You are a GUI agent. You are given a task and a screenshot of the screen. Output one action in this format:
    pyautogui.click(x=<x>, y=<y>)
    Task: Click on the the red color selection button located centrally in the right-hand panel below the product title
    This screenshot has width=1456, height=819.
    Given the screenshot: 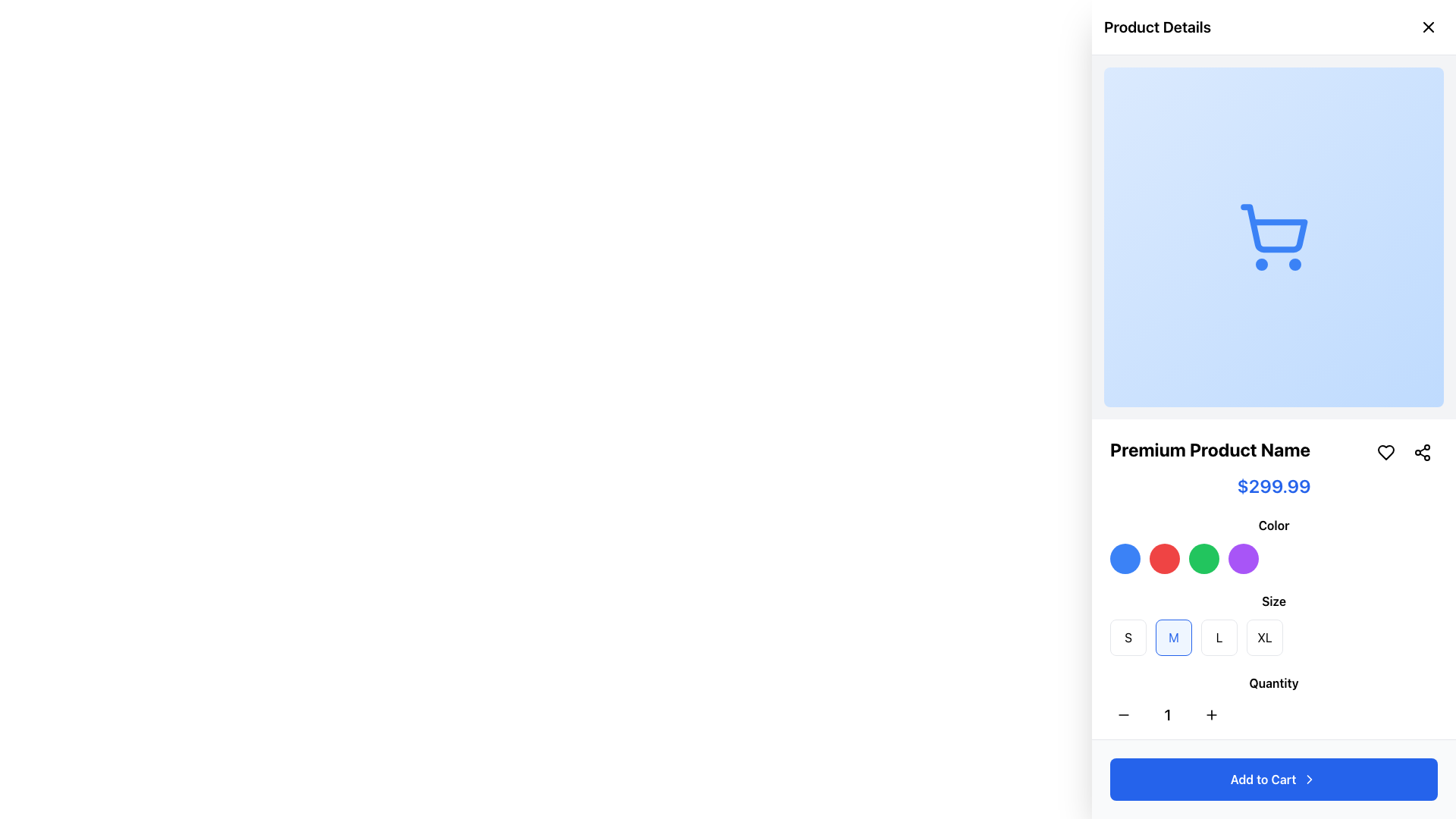 What is the action you would take?
    pyautogui.click(x=1164, y=558)
    